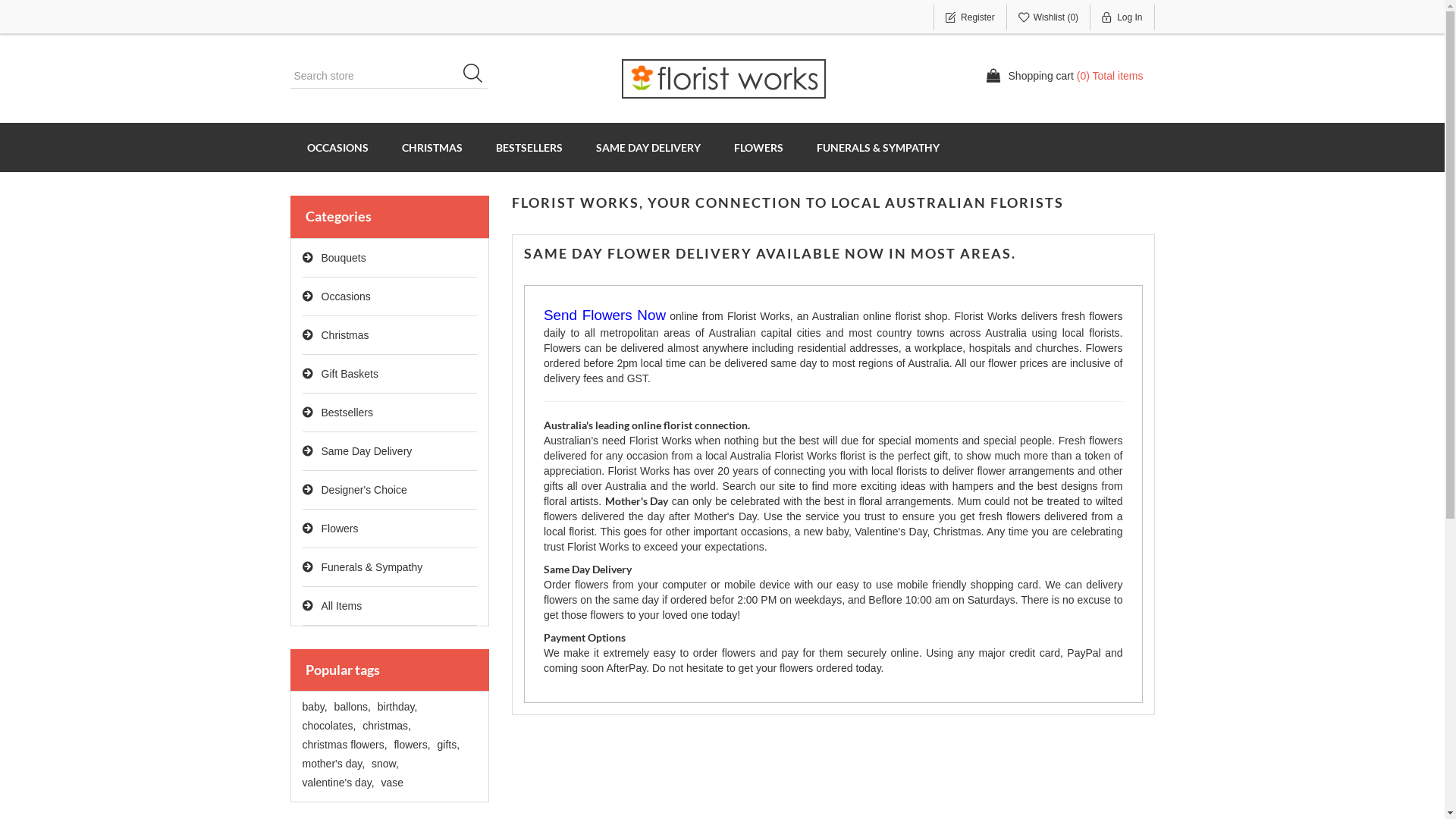  What do you see at coordinates (302, 763) in the screenshot?
I see `'mother's day,'` at bounding box center [302, 763].